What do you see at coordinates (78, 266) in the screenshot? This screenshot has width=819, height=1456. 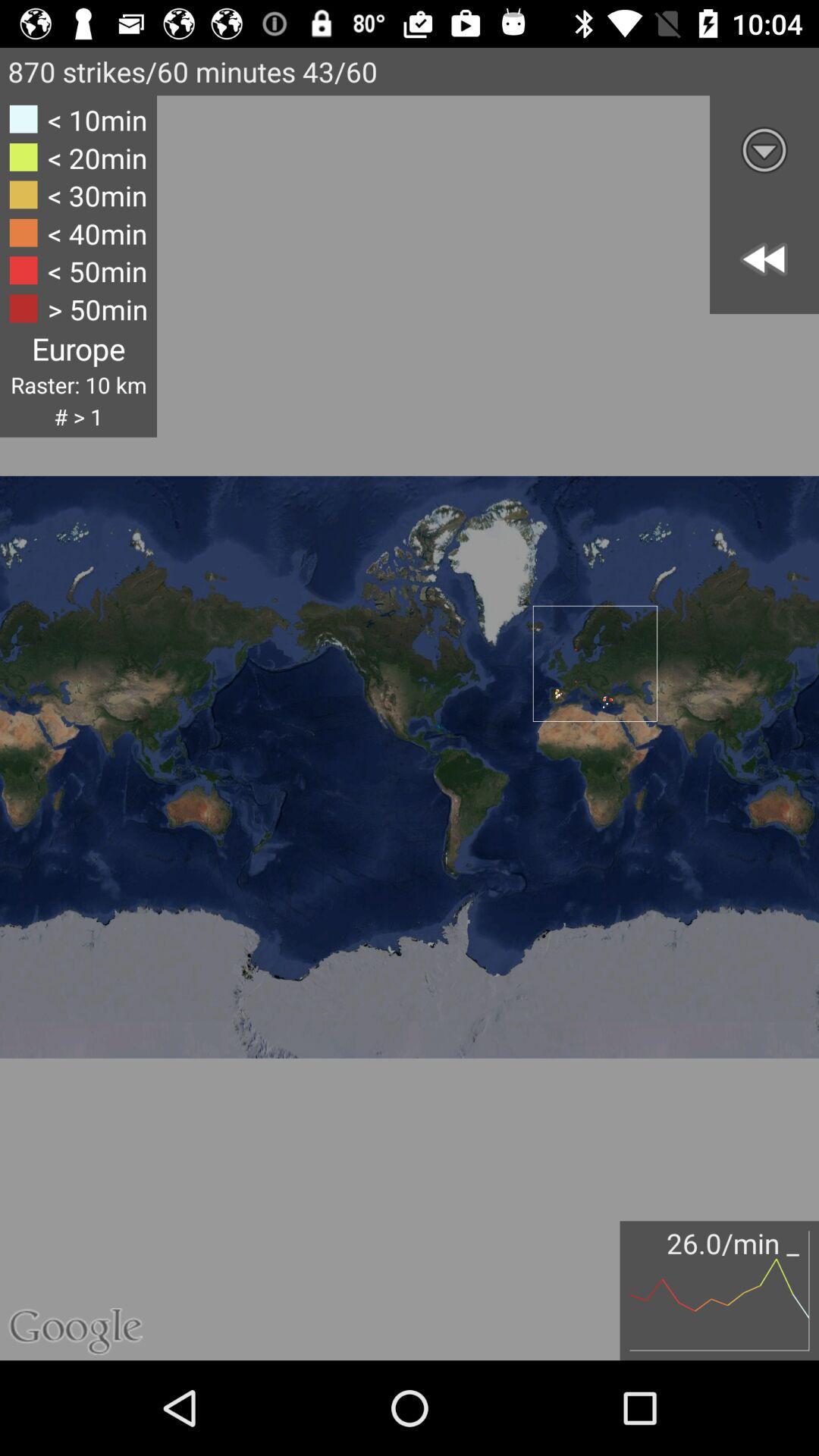 I see `the icon below the 870 strikes 60 item` at bounding box center [78, 266].